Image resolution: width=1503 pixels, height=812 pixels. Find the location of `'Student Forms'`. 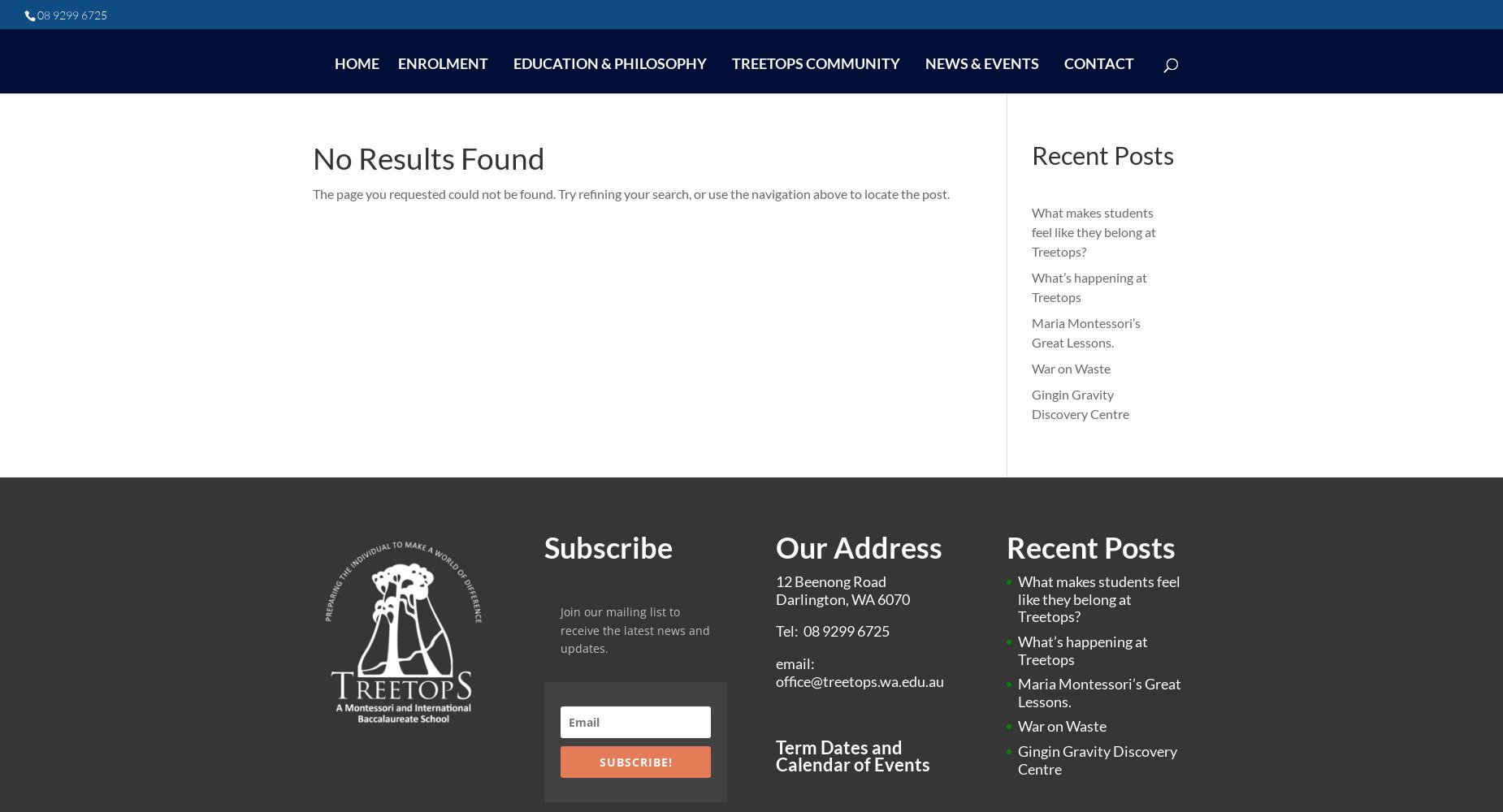

'Student Forms' is located at coordinates (789, 280).